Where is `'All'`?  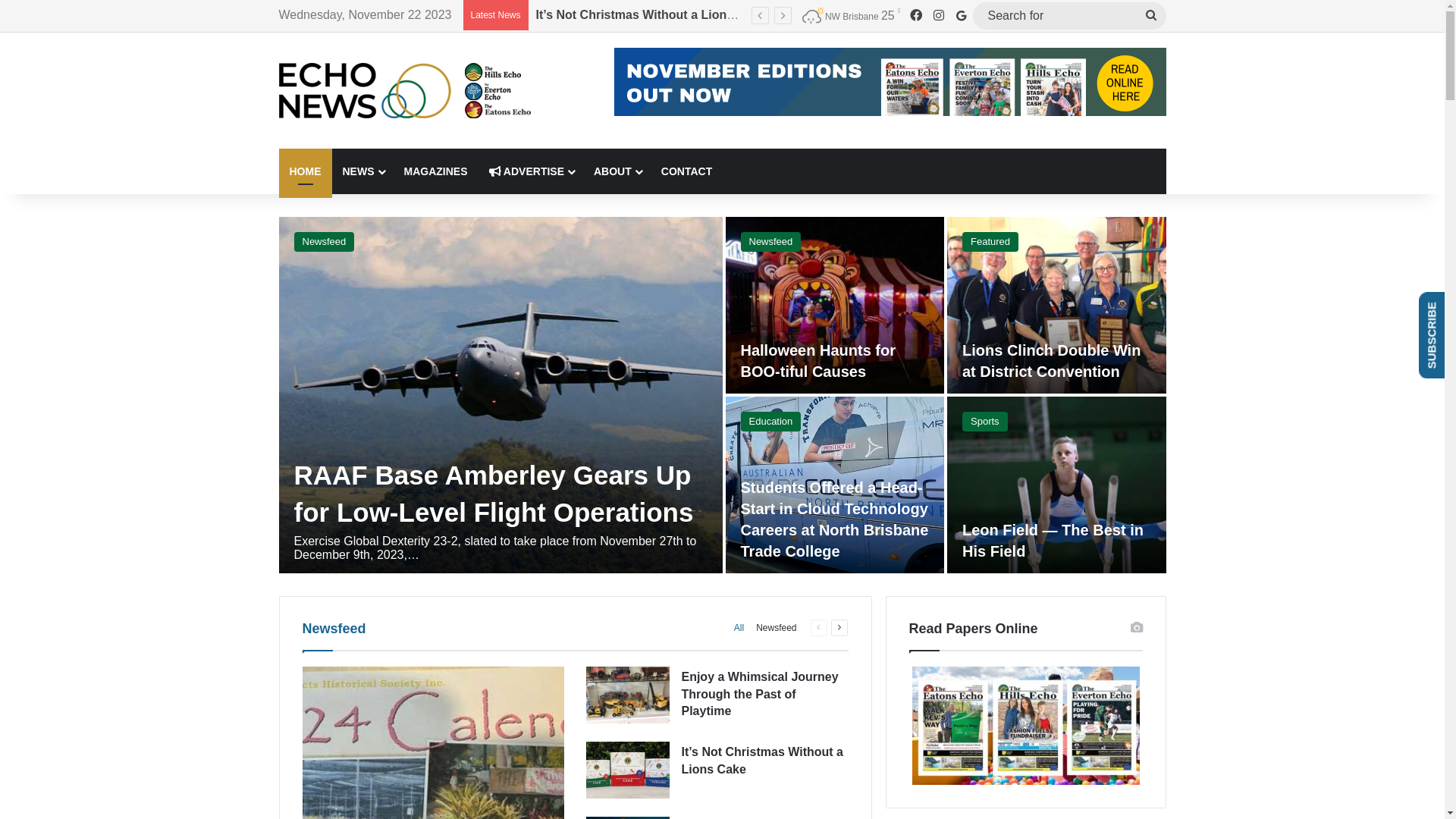 'All' is located at coordinates (739, 628).